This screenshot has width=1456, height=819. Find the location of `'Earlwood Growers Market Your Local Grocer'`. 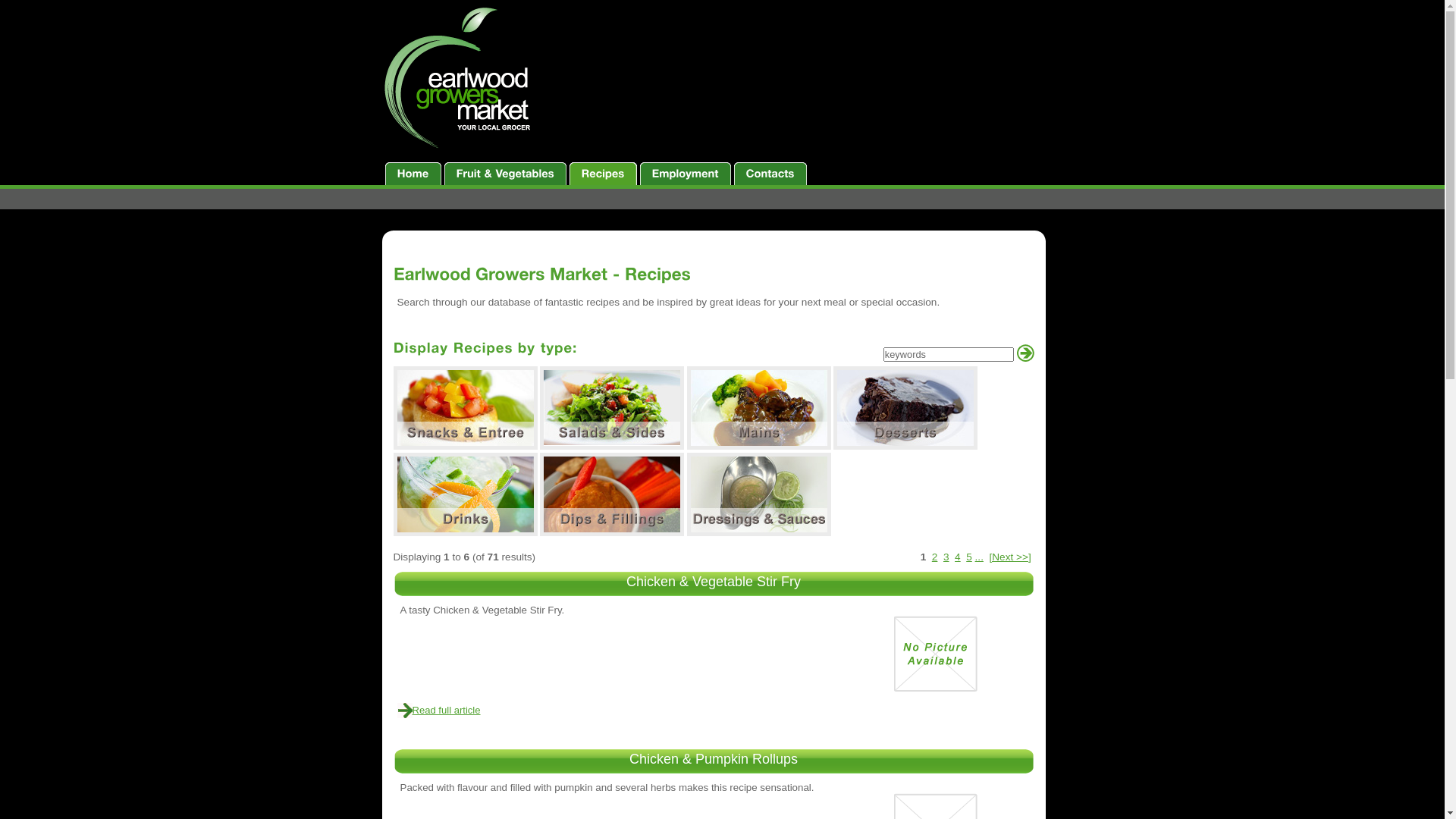

'Earlwood Growers Market Your Local Grocer' is located at coordinates (458, 78).